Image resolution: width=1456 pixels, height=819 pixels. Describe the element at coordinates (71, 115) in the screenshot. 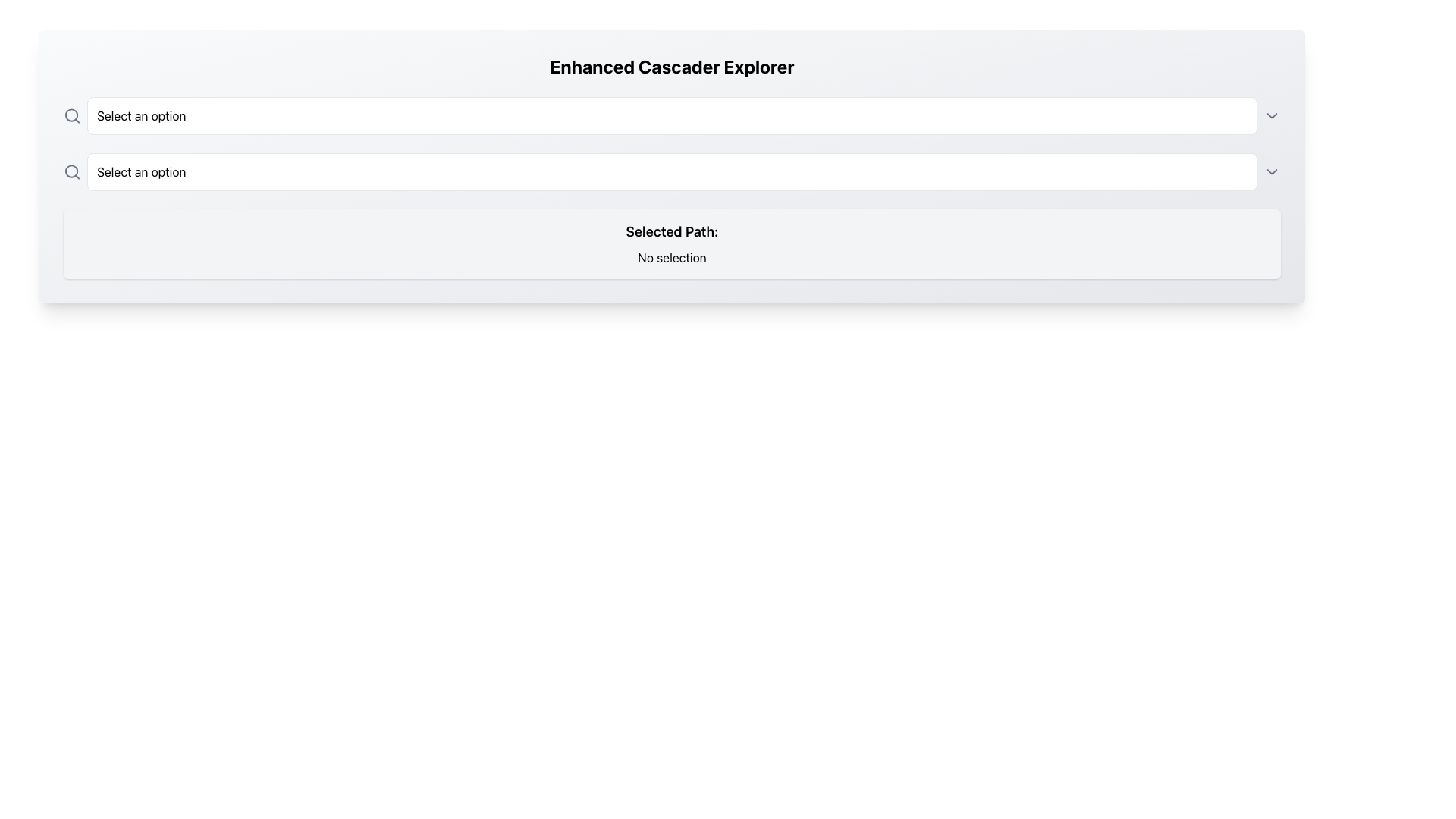

I see `the search icon located to the left of the upper text input field for contextual clues regarding its functionality` at that location.